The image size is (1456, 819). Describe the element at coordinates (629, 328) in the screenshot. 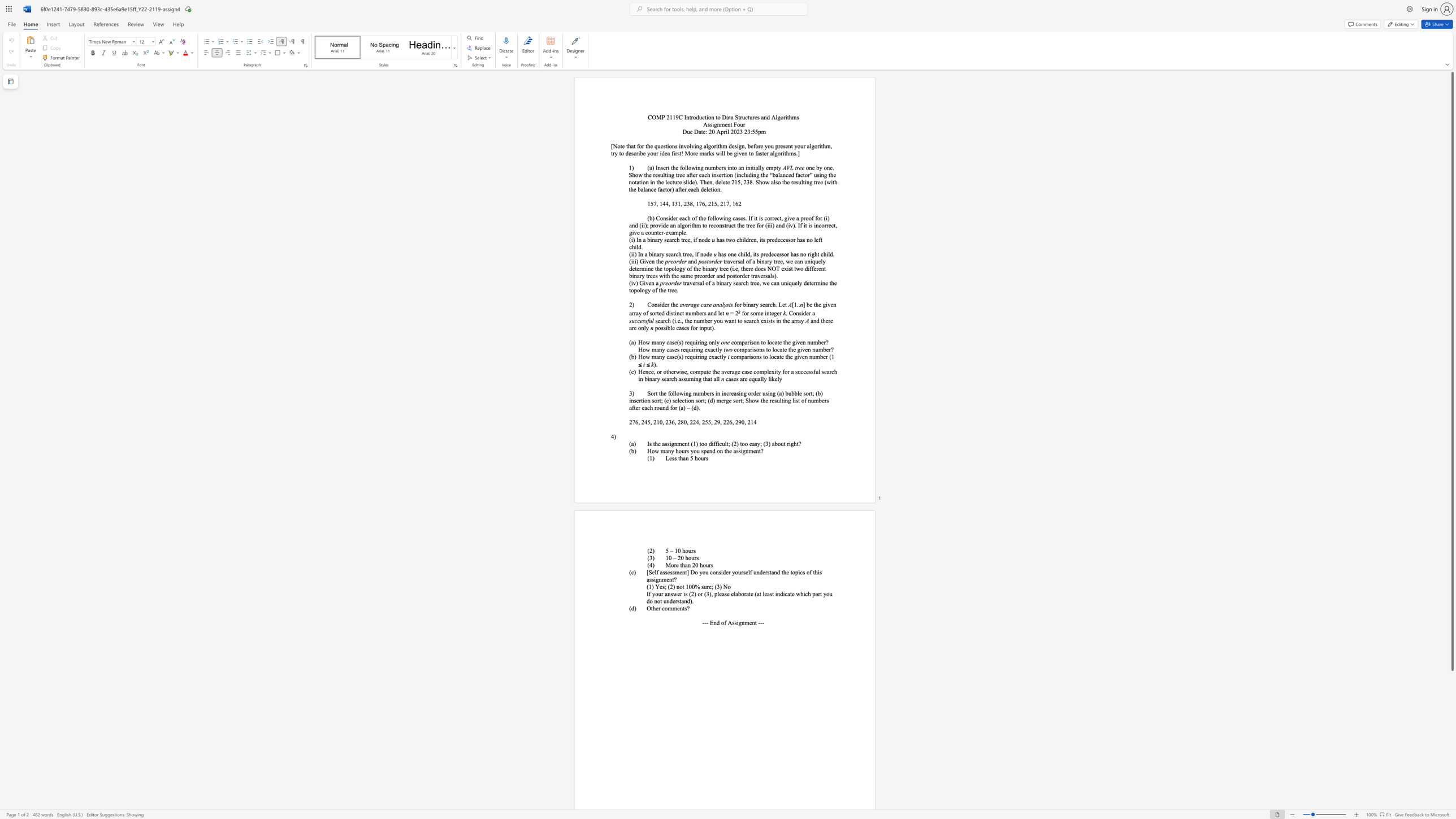

I see `the subset text "ar" within the text "and there are only"` at that location.